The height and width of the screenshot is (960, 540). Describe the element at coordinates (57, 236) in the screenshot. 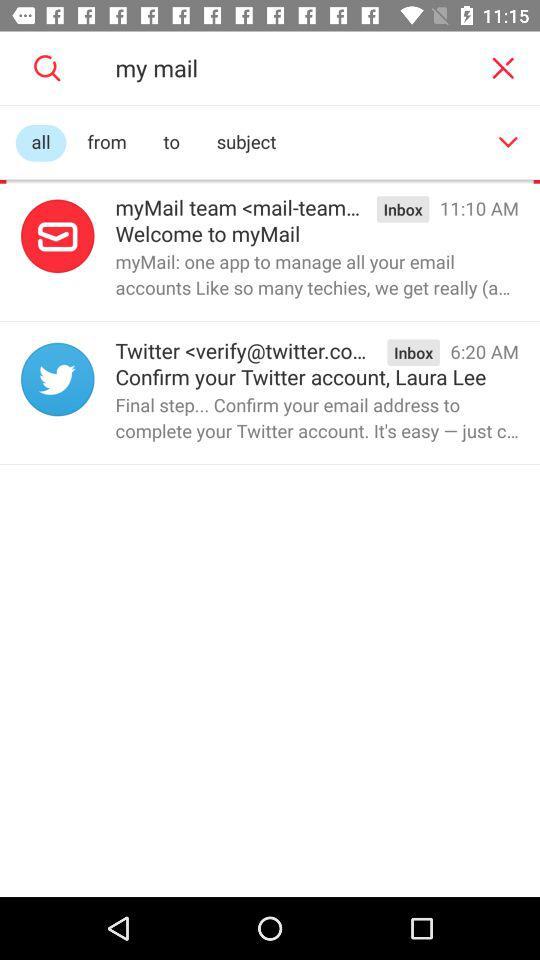

I see `open message` at that location.